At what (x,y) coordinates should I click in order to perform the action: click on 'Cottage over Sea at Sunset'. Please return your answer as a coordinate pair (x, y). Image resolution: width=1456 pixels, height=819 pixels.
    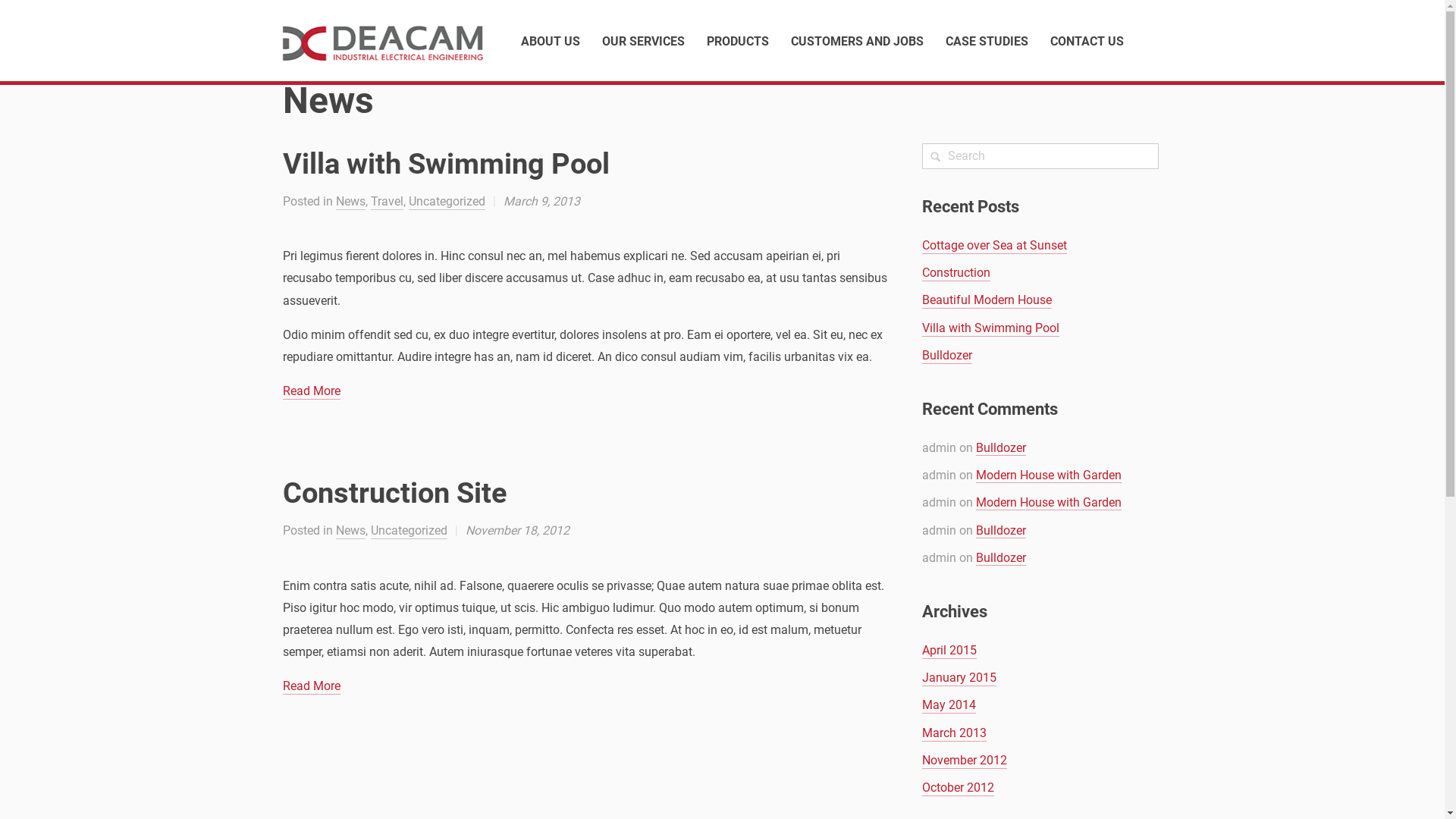
    Looking at the image, I should click on (921, 245).